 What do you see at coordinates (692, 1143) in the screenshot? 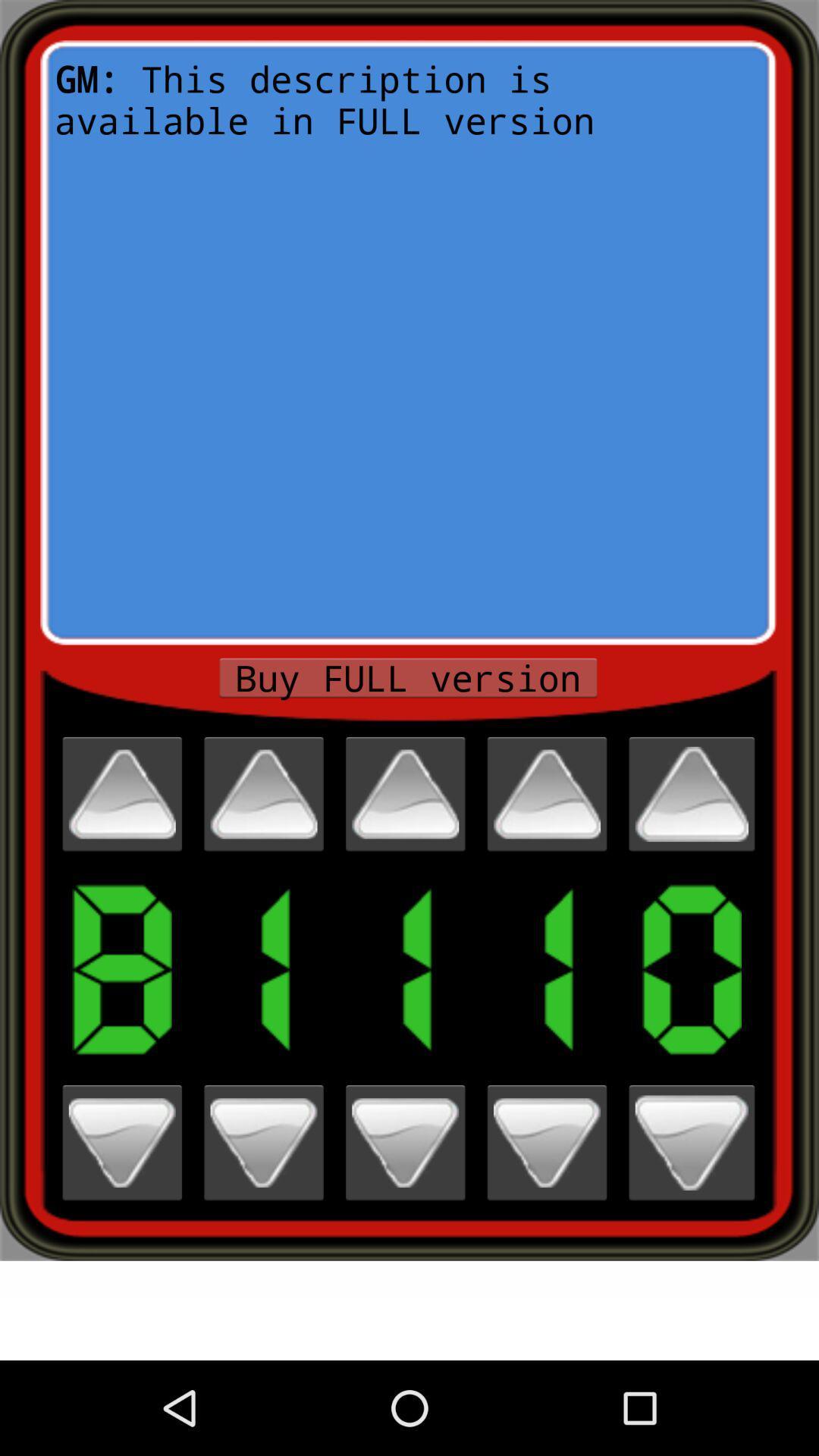
I see `switch down option` at bounding box center [692, 1143].